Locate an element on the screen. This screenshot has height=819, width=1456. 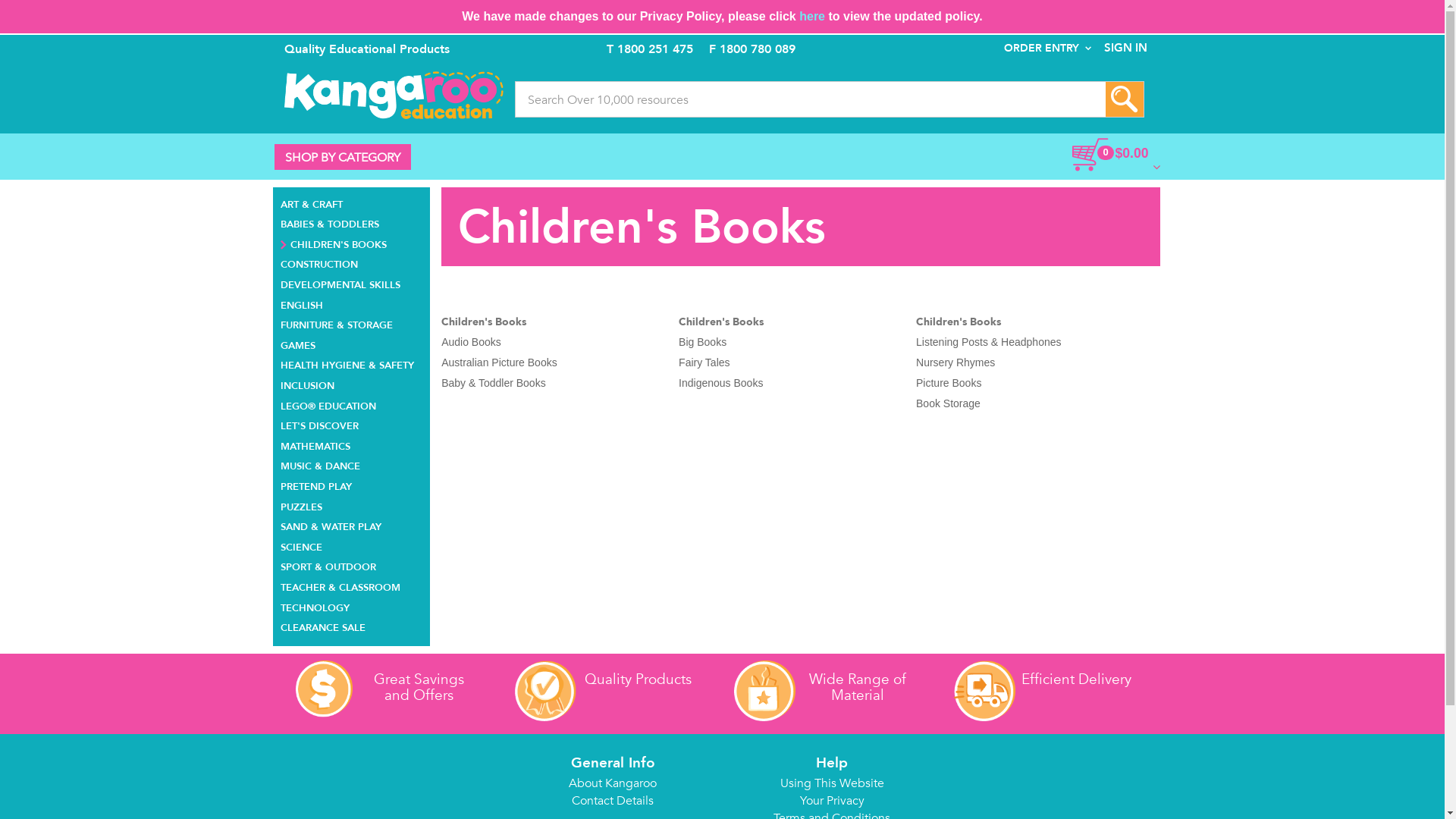
'About Kangaroo' is located at coordinates (612, 783).